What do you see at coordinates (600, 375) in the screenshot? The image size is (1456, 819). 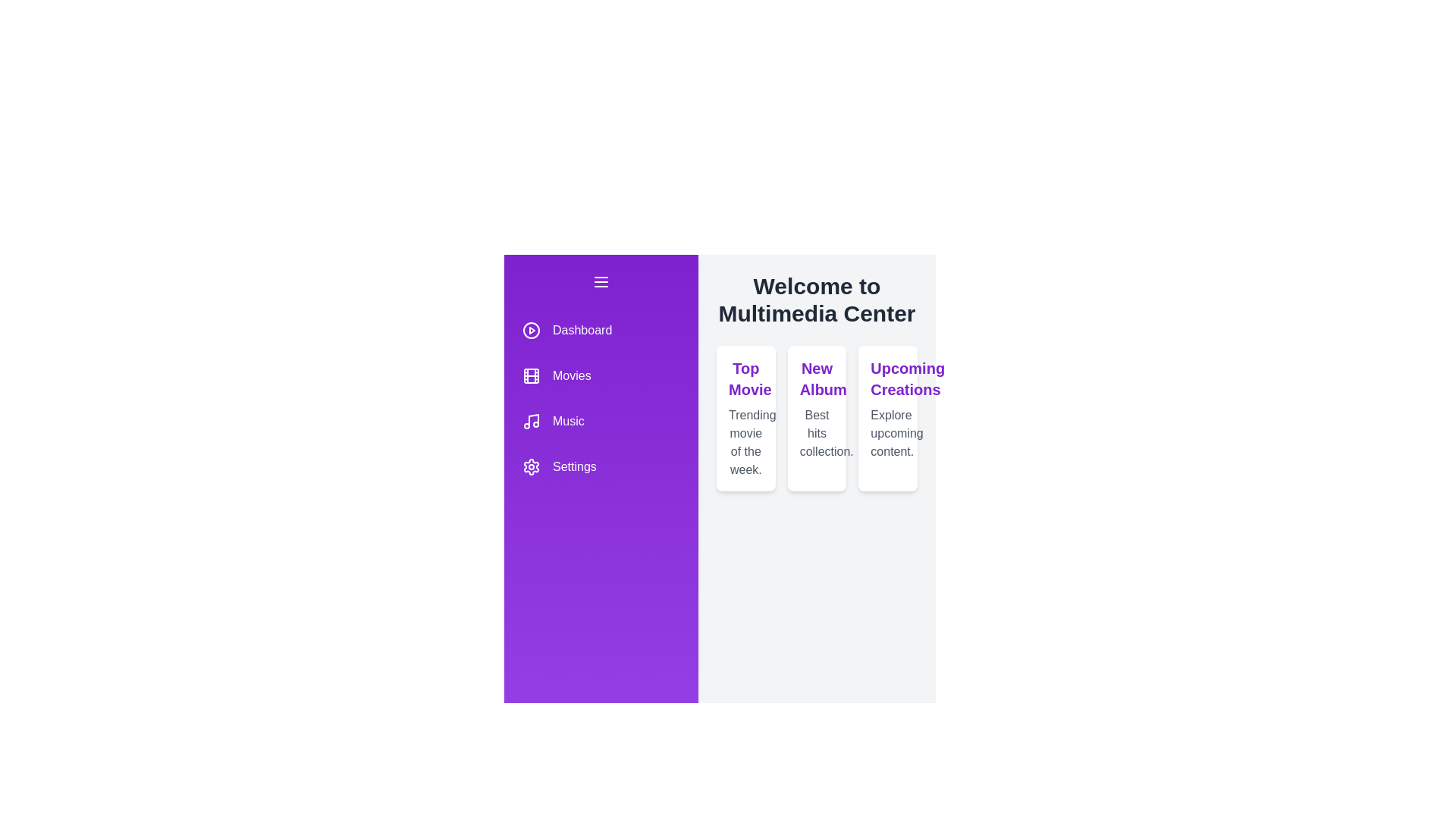 I see `the menu item Movies to select it` at bounding box center [600, 375].